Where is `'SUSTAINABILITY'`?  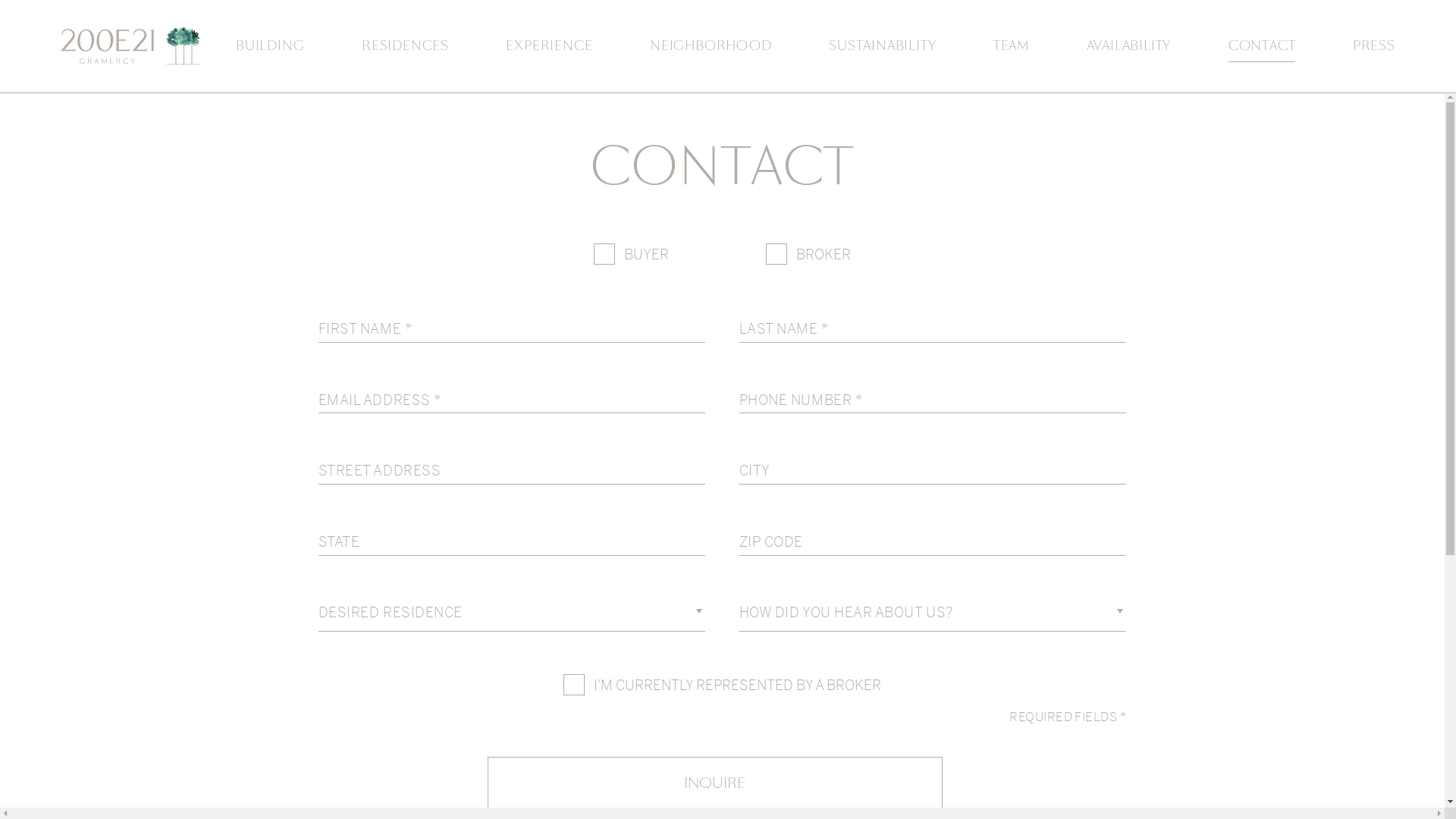
'SUSTAINABILITY' is located at coordinates (828, 45).